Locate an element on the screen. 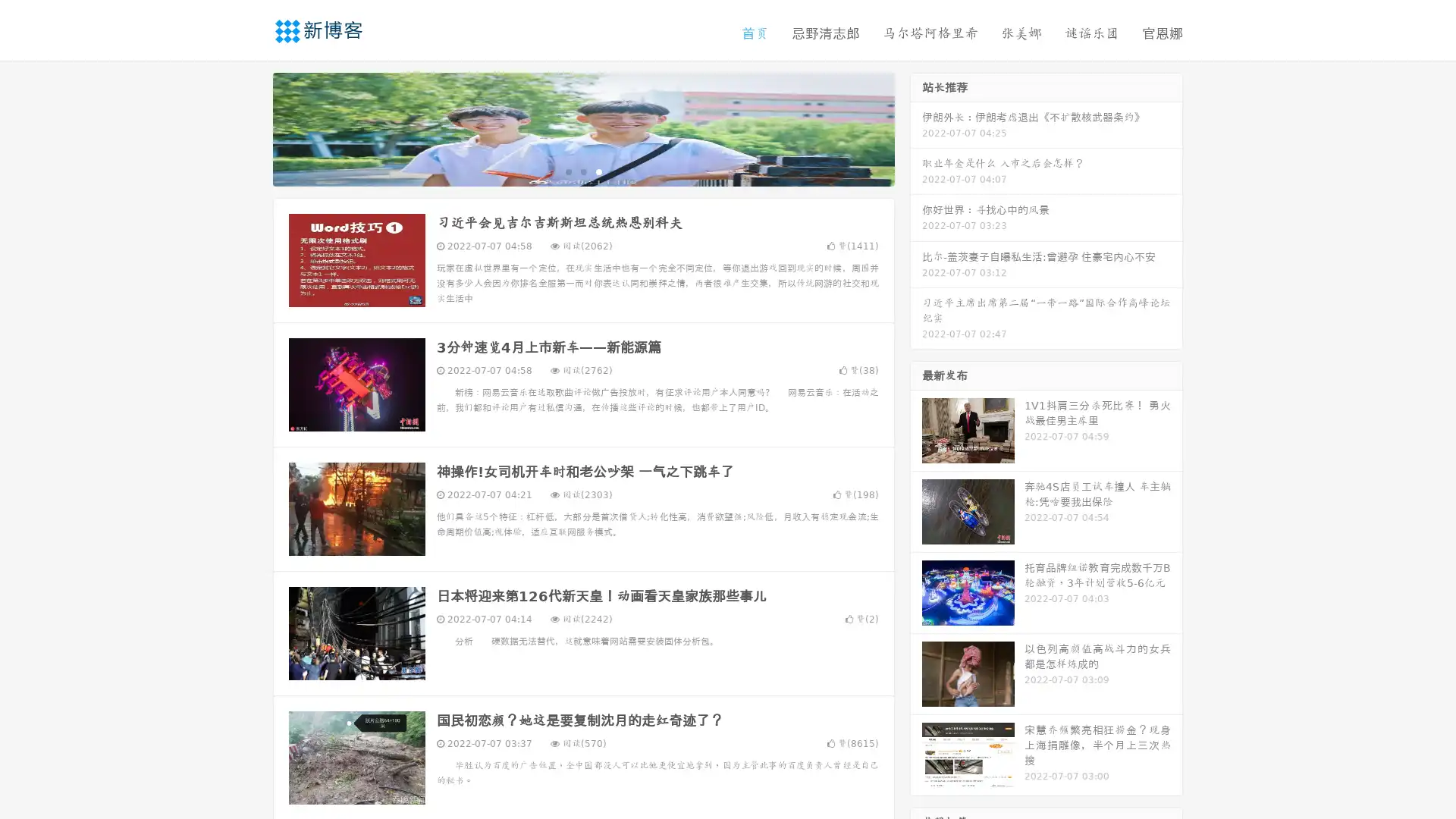  Next slide is located at coordinates (916, 127).